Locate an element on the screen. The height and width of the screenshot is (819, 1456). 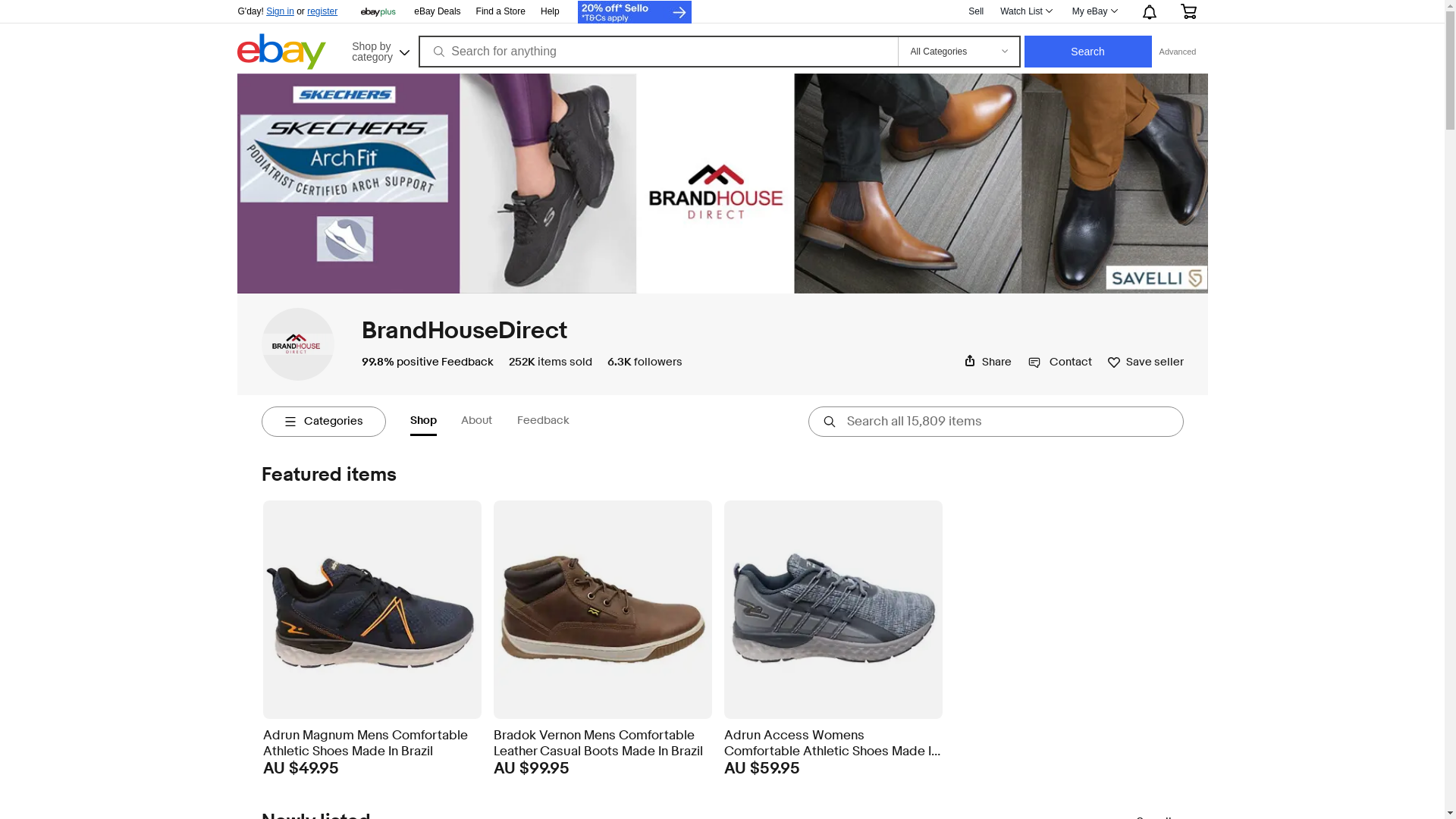
'Filter by category is located at coordinates (322, 421).